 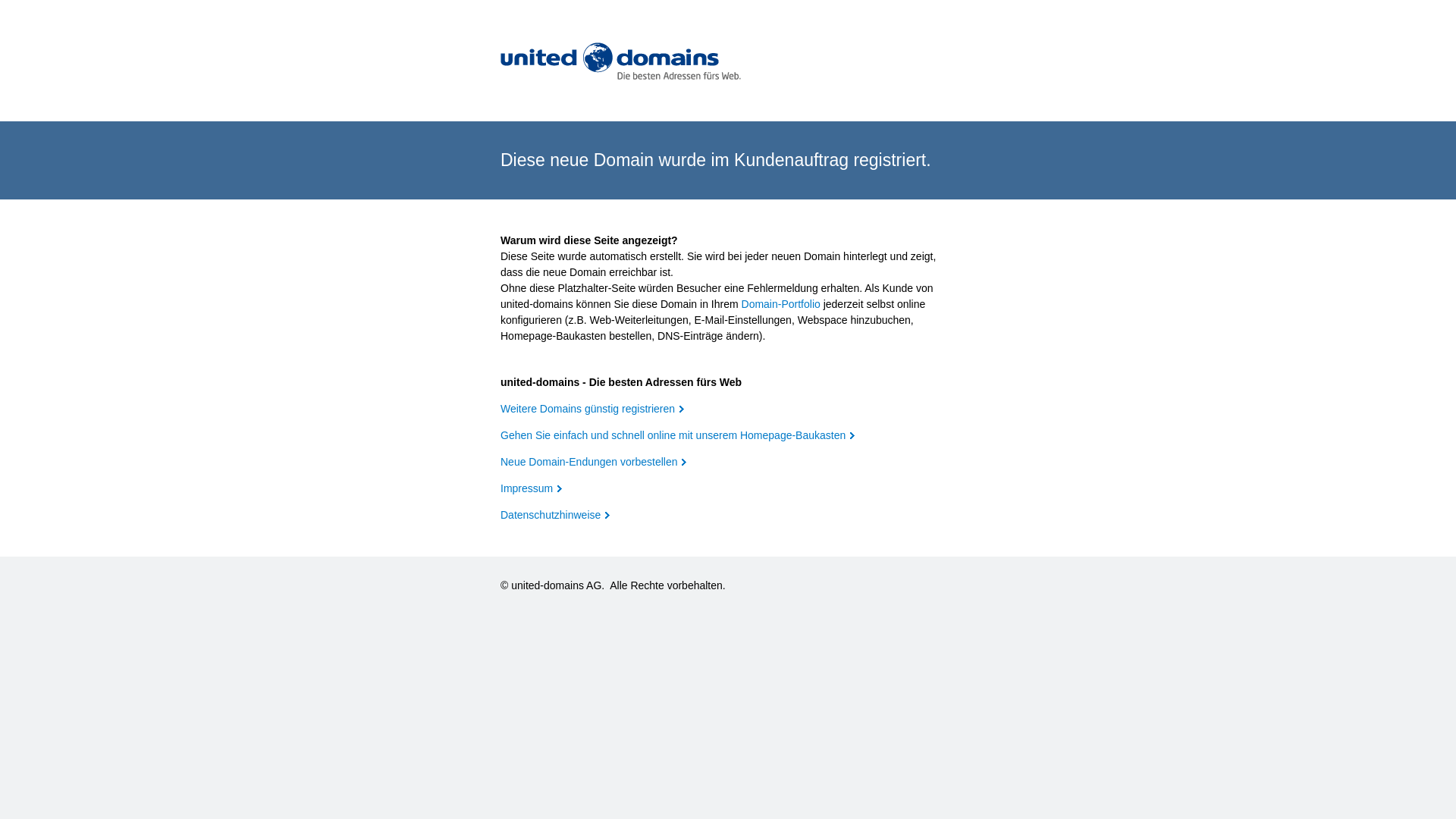 What do you see at coordinates (742, 304) in the screenshot?
I see `'Domain-Portfolio'` at bounding box center [742, 304].